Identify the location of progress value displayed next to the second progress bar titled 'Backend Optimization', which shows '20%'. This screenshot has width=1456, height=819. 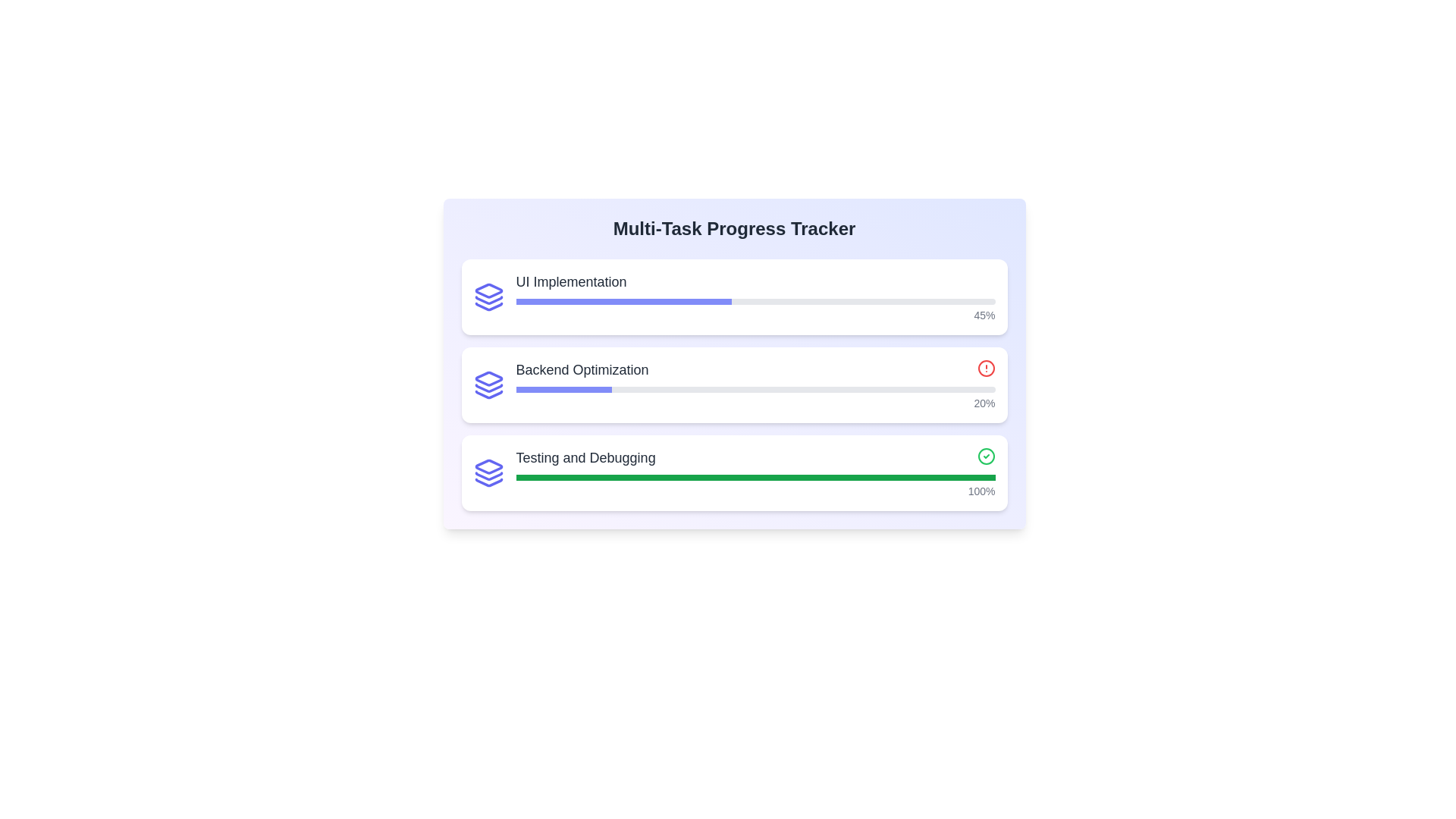
(755, 397).